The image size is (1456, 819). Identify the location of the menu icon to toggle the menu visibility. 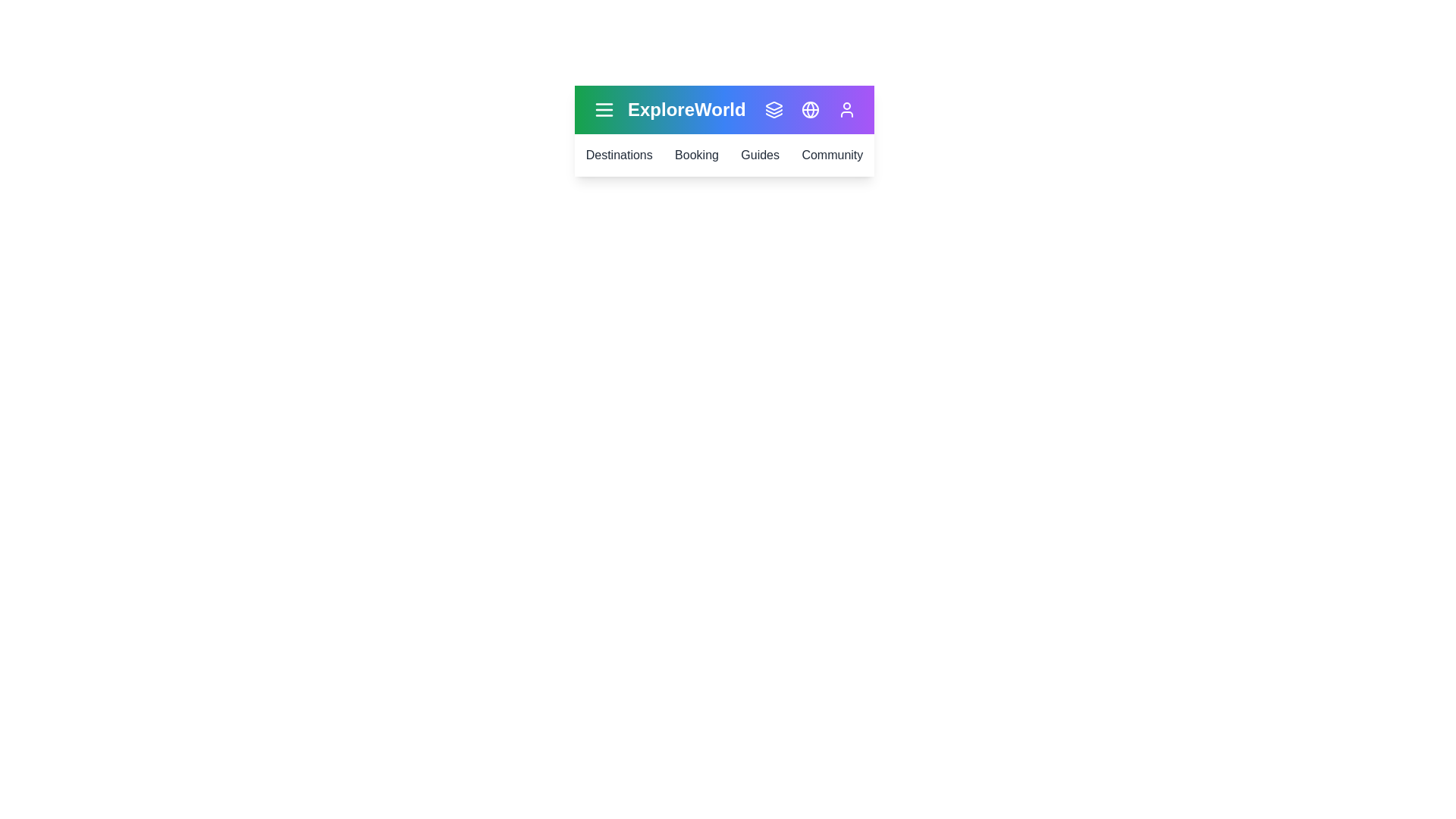
(603, 109).